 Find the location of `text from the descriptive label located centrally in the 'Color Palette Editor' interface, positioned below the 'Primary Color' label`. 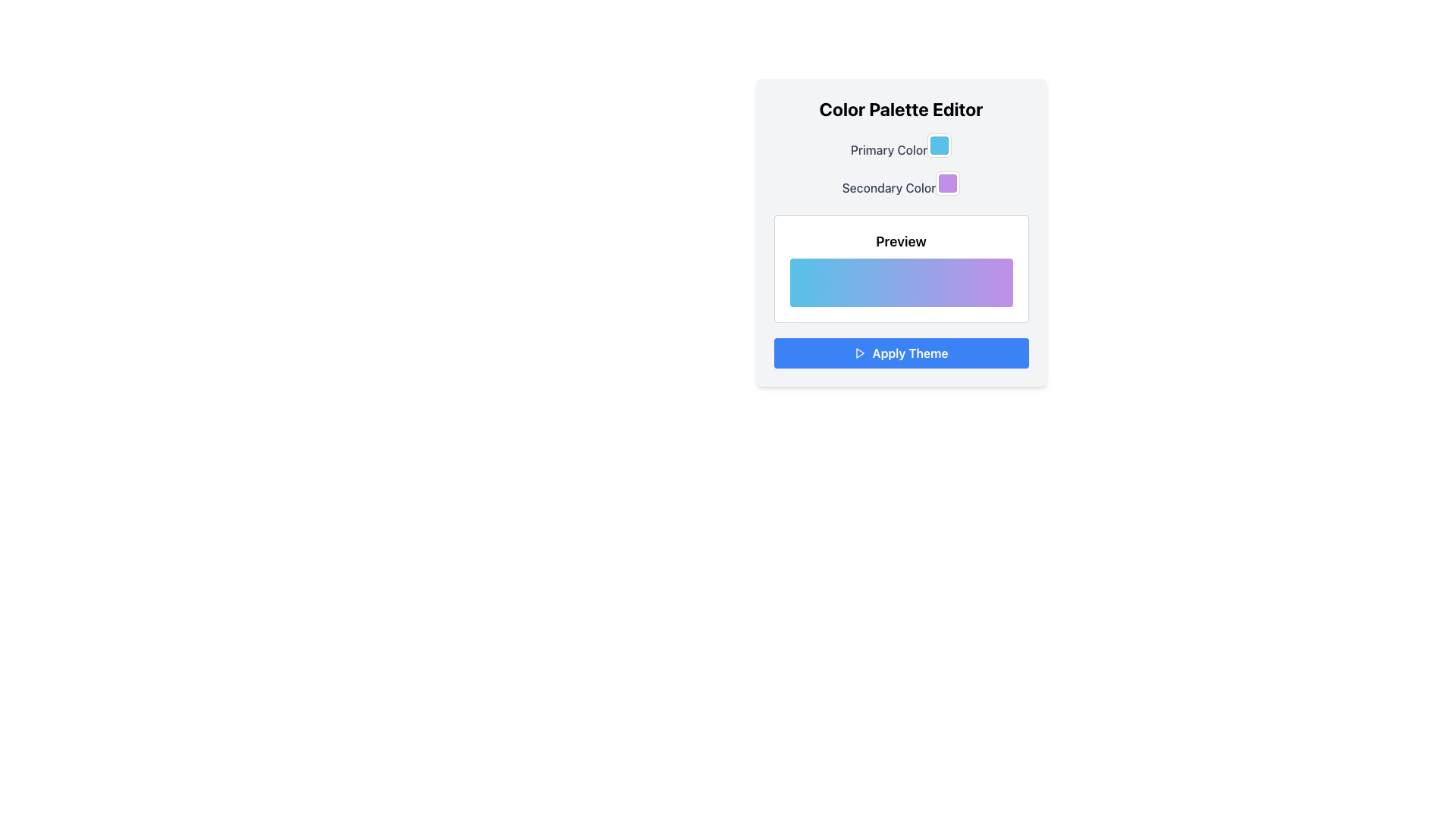

text from the descriptive label located centrally in the 'Color Palette Editor' interface, positioned below the 'Primary Color' label is located at coordinates (889, 187).